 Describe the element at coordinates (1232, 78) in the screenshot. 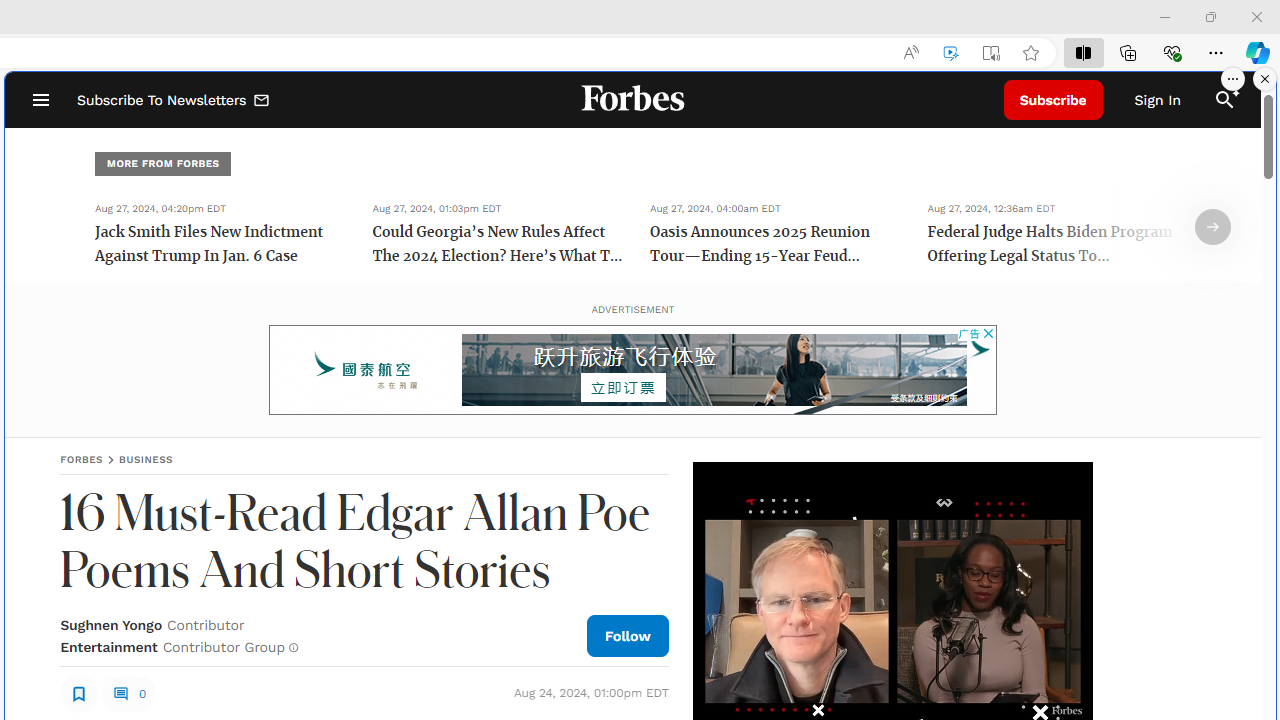

I see `'More options.'` at that location.